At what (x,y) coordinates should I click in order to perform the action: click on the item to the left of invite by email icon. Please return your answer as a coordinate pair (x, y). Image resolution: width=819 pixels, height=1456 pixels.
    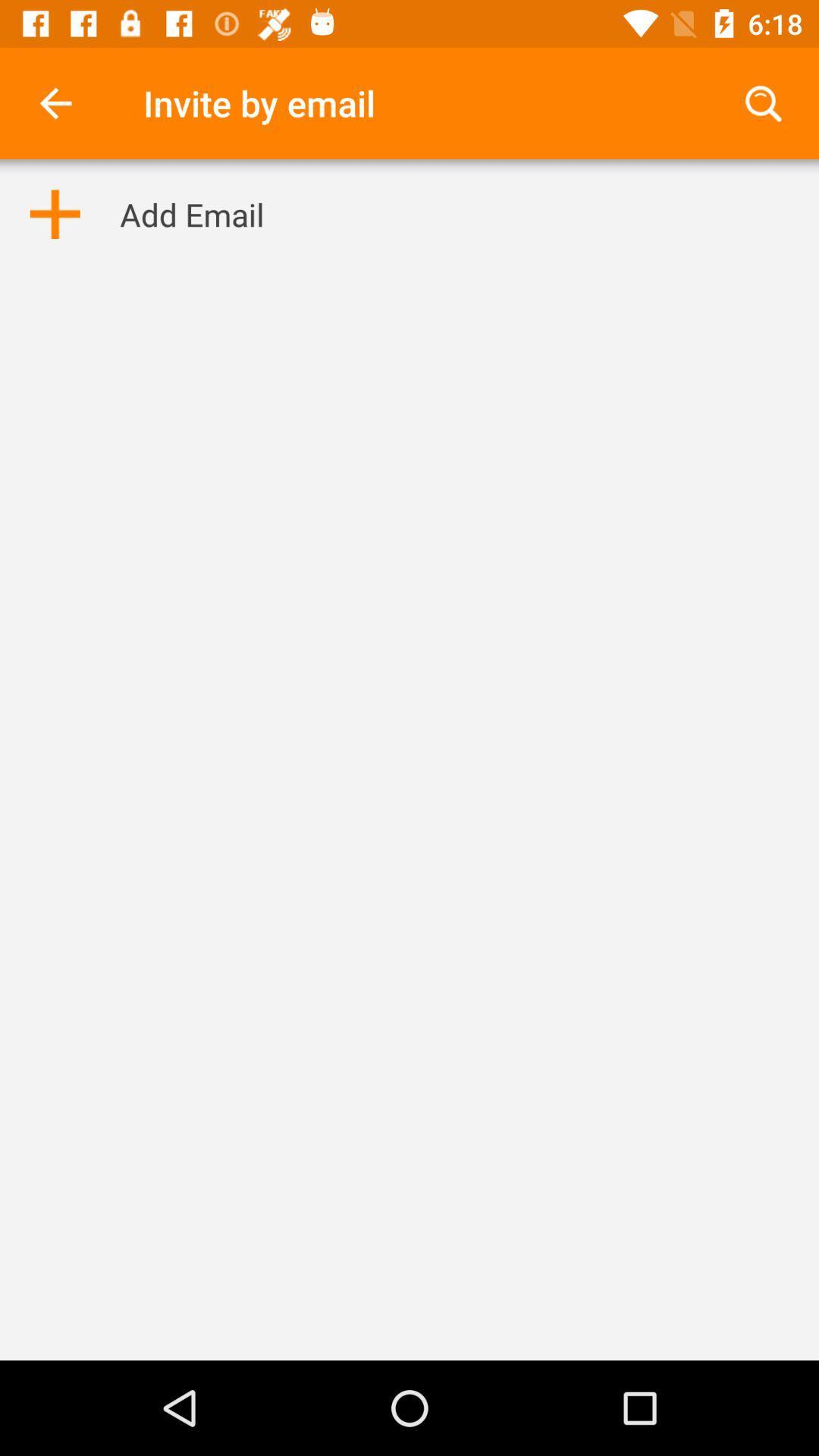
    Looking at the image, I should click on (55, 102).